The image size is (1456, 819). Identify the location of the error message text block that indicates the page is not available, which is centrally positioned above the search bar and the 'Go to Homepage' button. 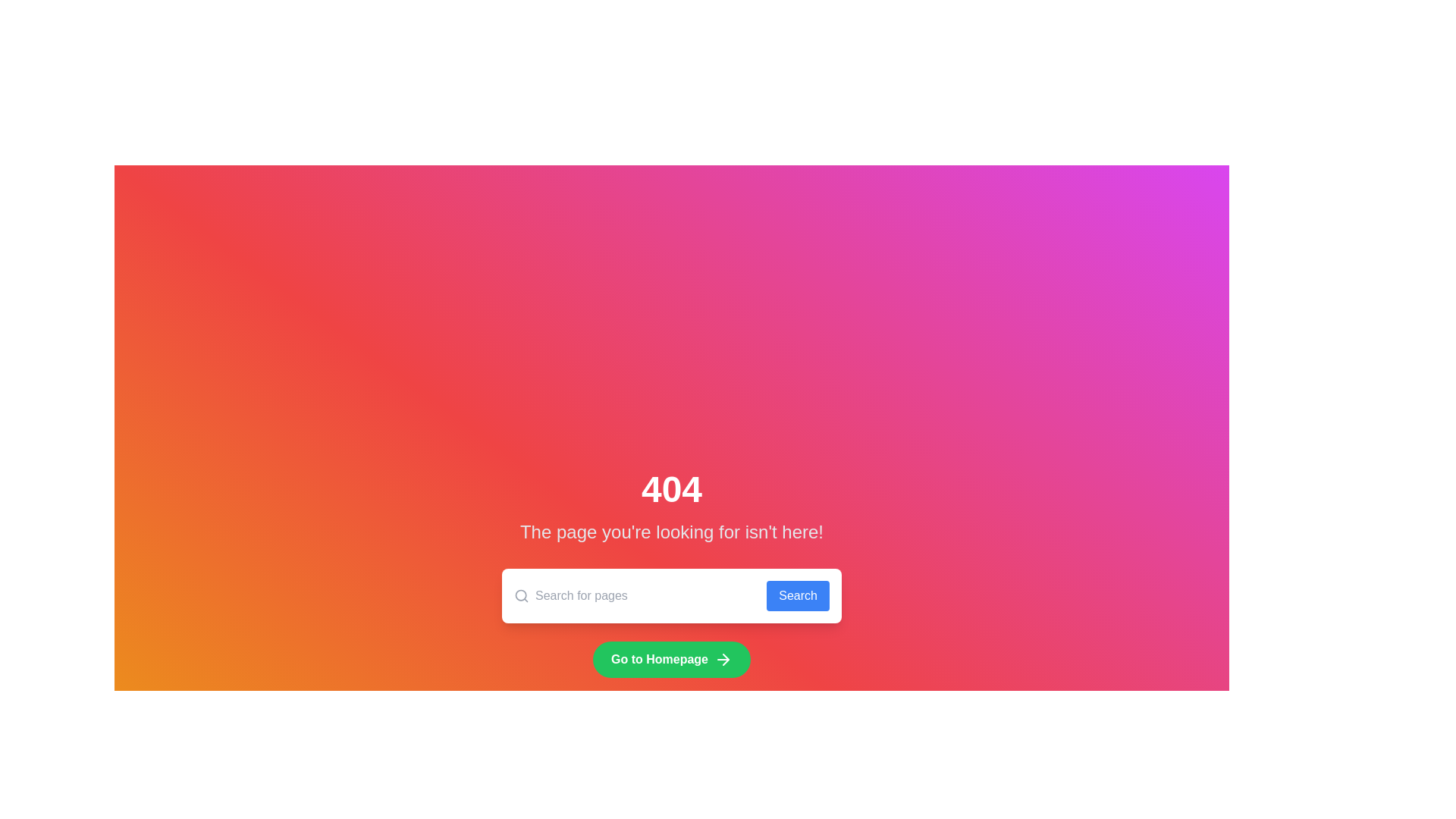
(671, 508).